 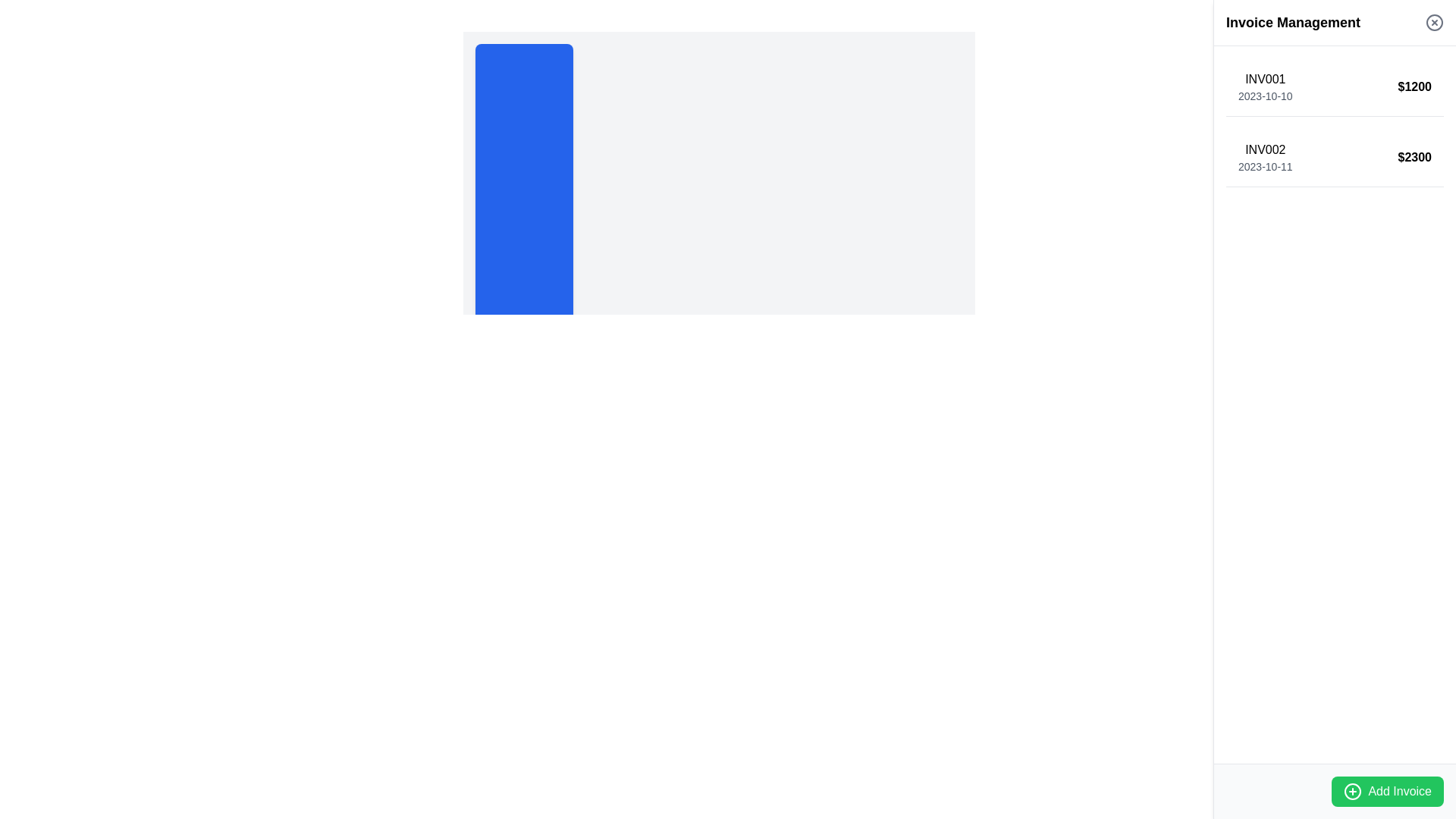 What do you see at coordinates (1433, 23) in the screenshot?
I see `the circular button with an 'X' in the center, located at the top-right corner of the 'Invoice Management' header section` at bounding box center [1433, 23].